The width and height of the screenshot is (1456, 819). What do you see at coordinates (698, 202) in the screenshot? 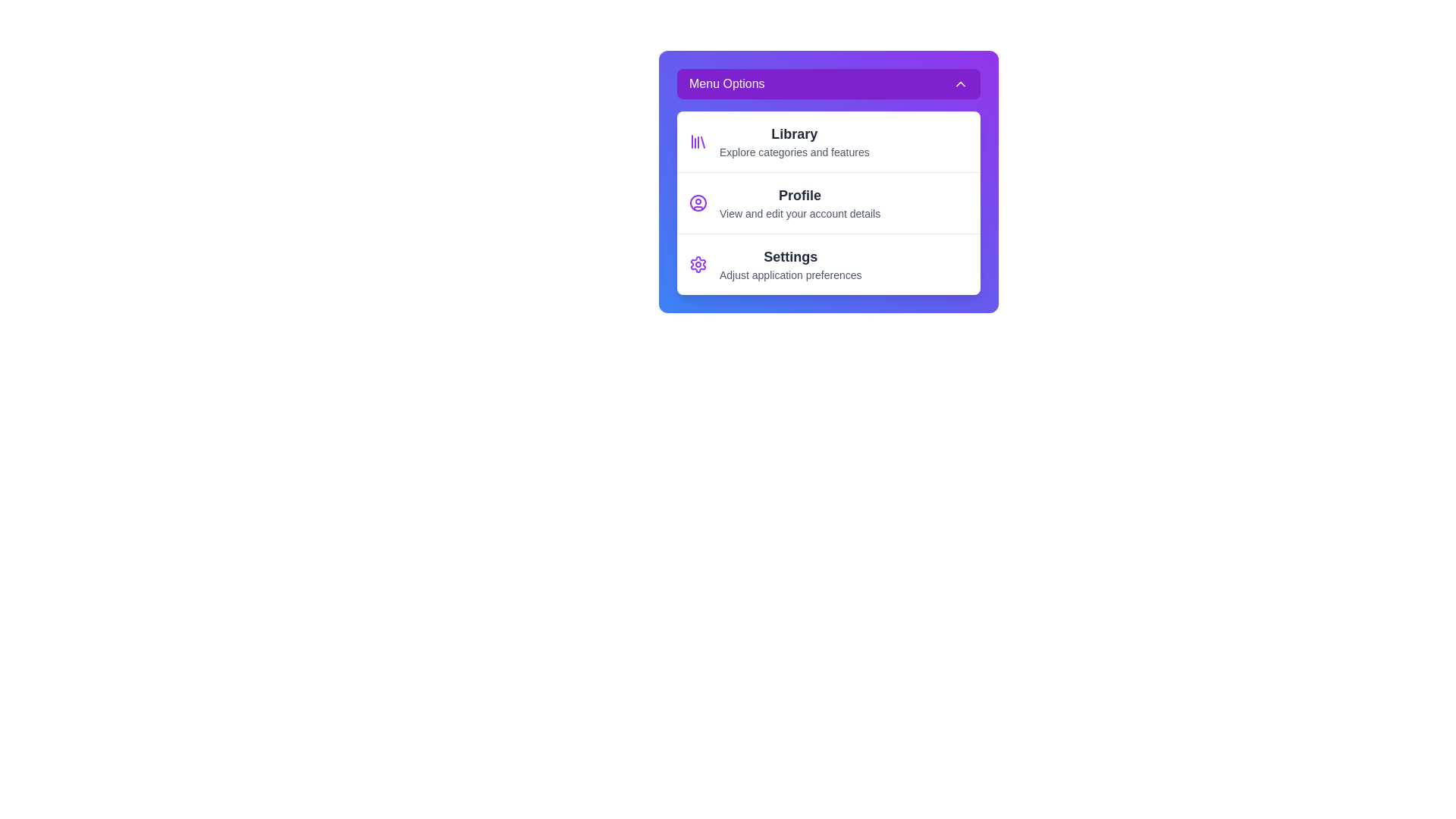
I see `the user profile icon, which is a purple circular icon with a head and shoulders depiction, located in the second row labeled 'Profile' within the menu` at bounding box center [698, 202].